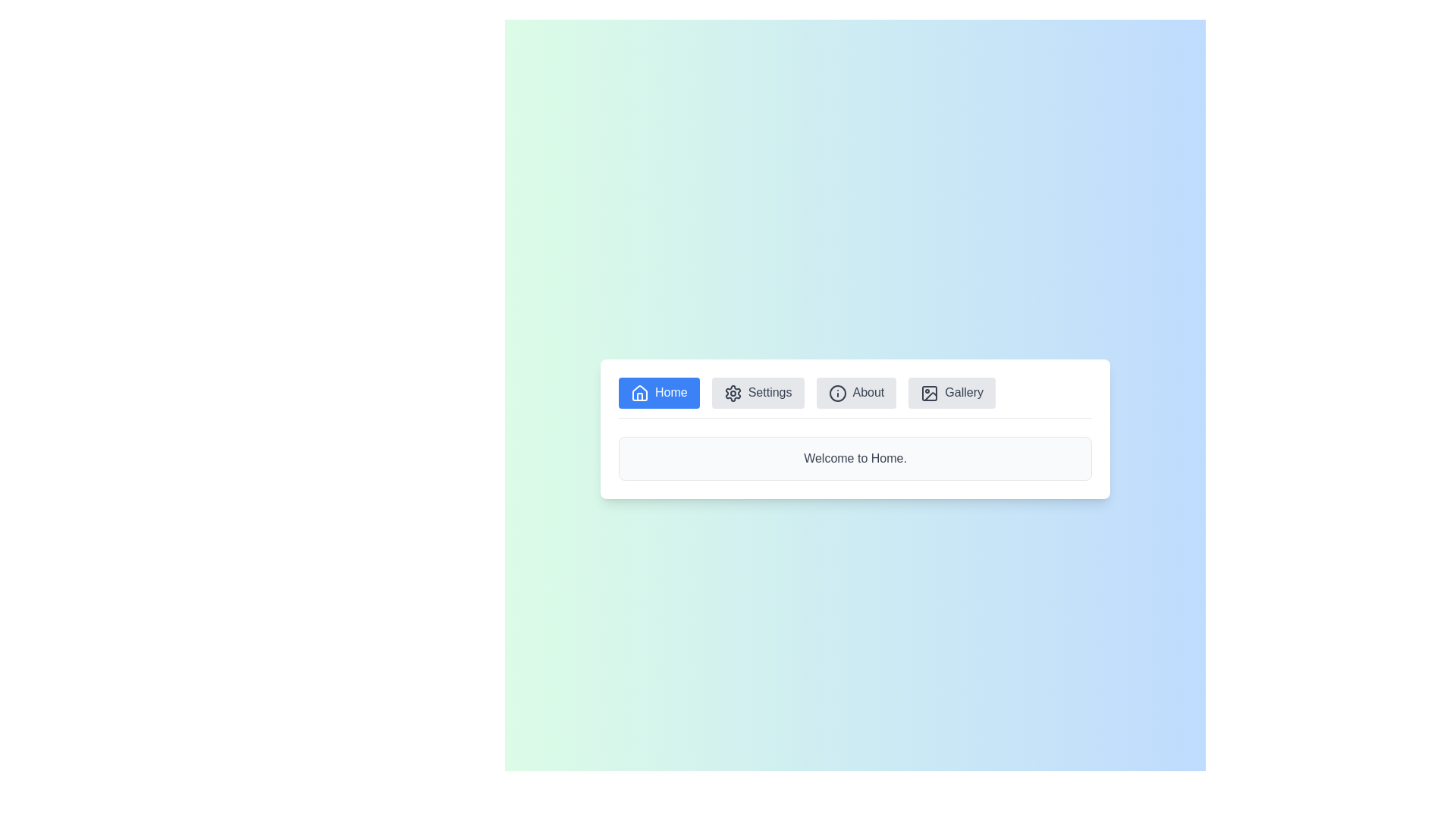  I want to click on the menu item button labeled Home to view its content, so click(659, 392).